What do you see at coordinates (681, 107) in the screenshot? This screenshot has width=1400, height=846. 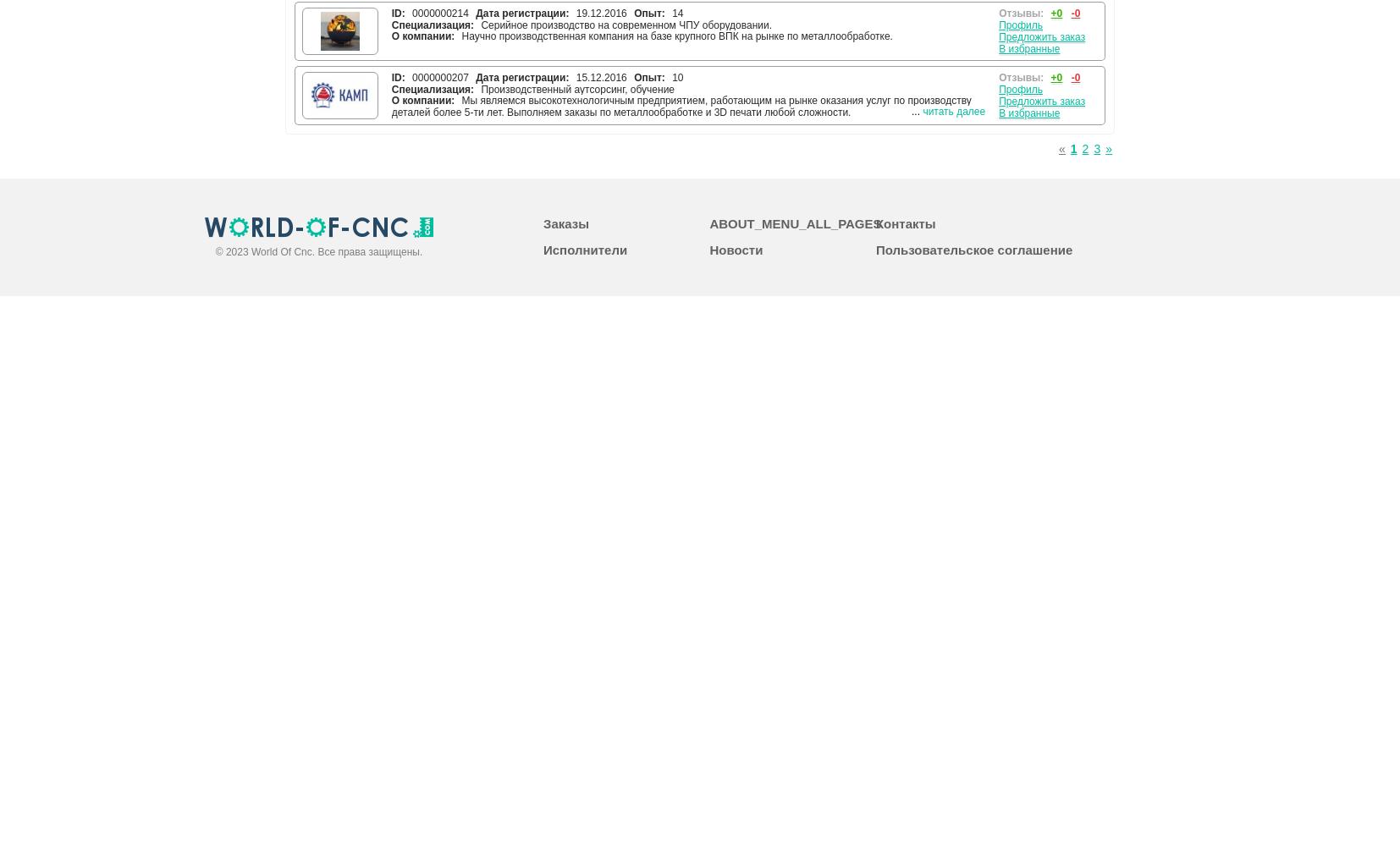 I see `'Мы являемся высокотехнологичным предприятием, работающим на рынке оказания услуг  по производству деталей более 5-ти лет. Выполняем заказы по металлообработке и 3D печати любой сложности.'` at bounding box center [681, 107].